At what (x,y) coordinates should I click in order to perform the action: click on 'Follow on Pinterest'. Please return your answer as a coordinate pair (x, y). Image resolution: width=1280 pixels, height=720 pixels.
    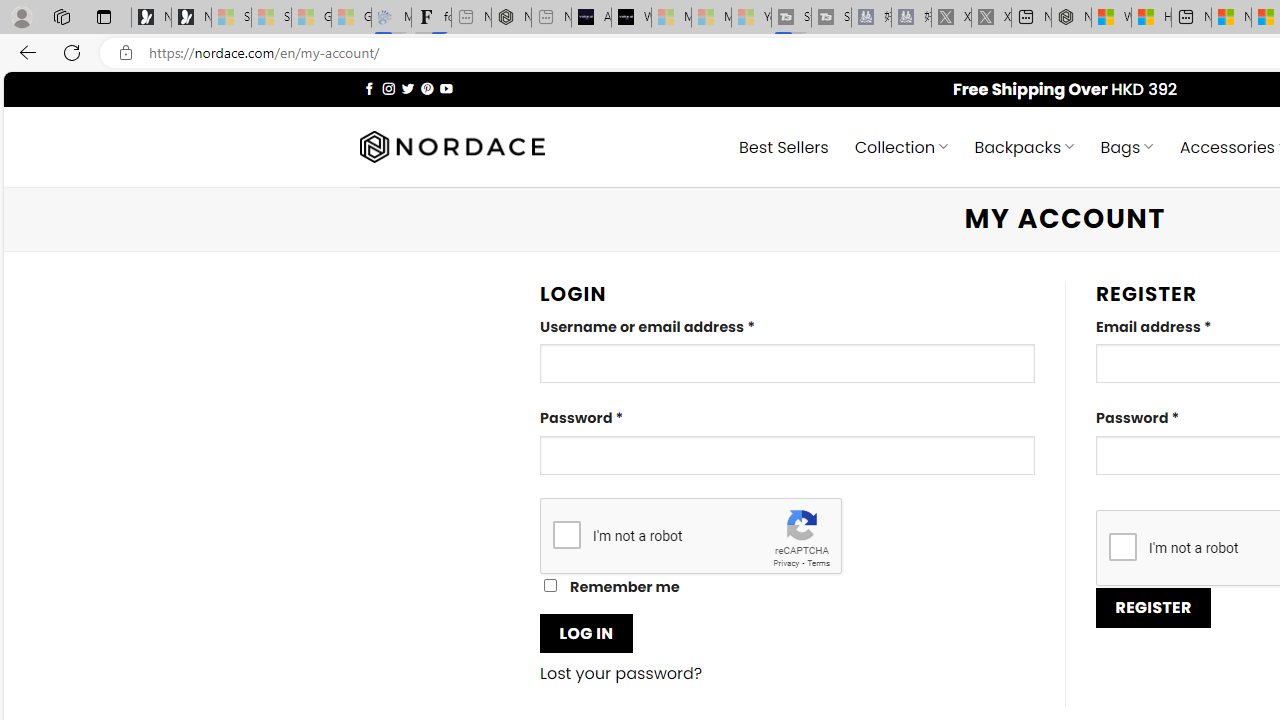
    Looking at the image, I should click on (426, 87).